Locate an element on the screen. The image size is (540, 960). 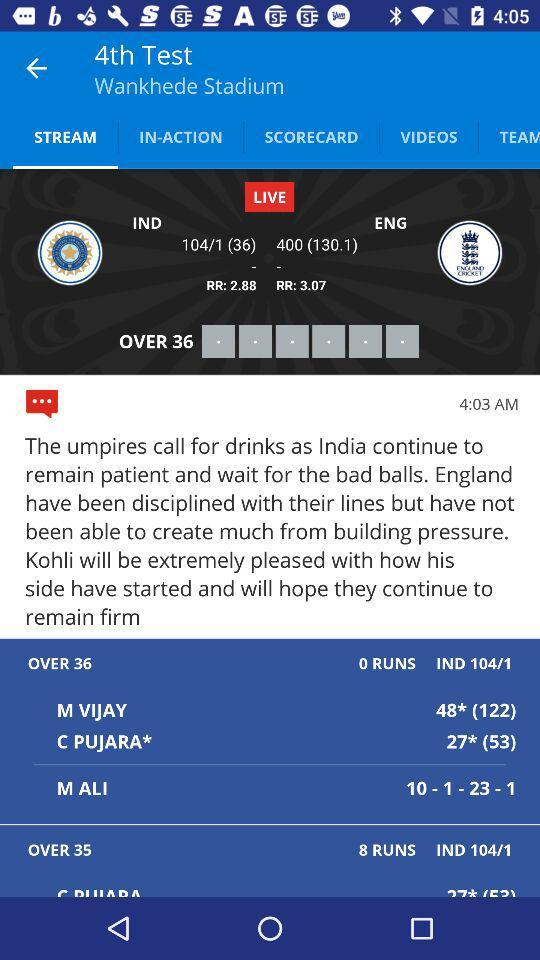
the item next to the videos is located at coordinates (311, 135).